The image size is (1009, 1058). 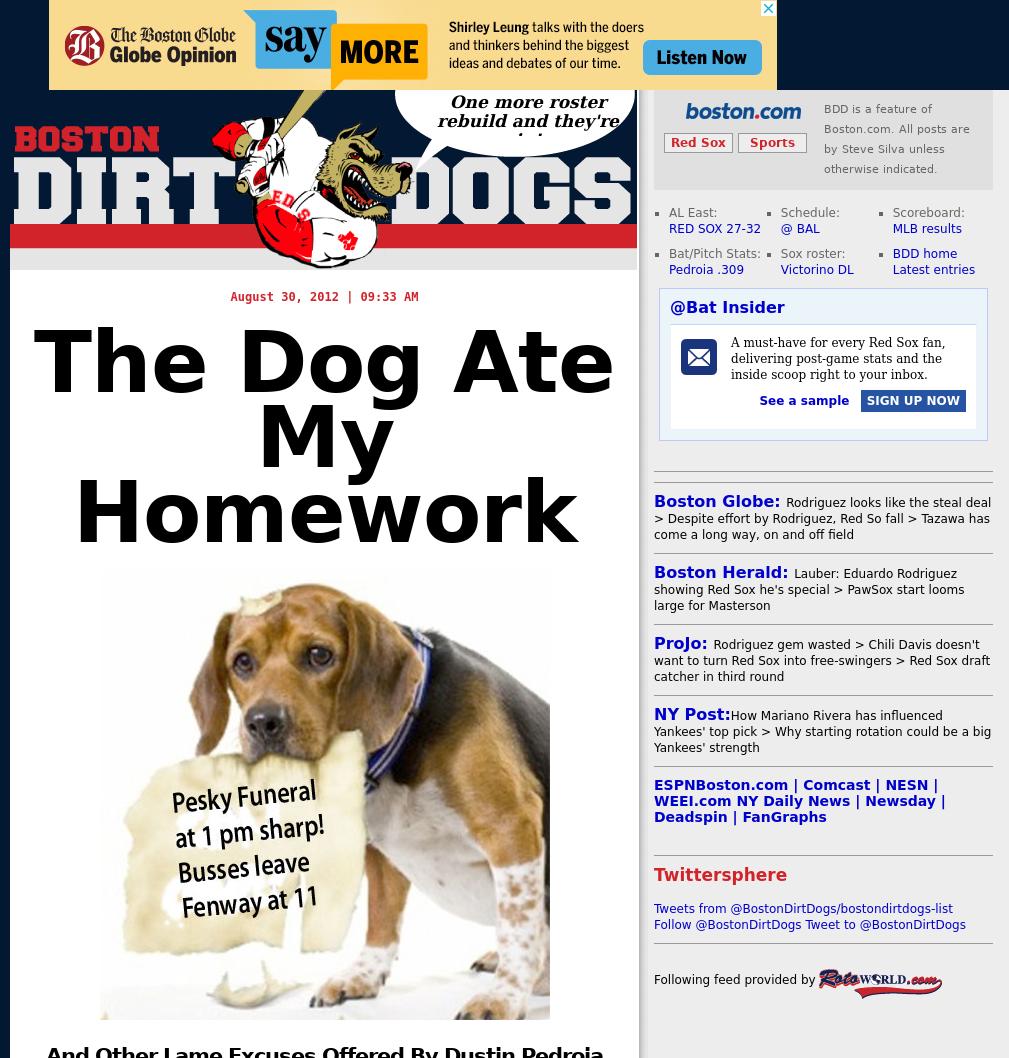 I want to click on 'FanGraphs', so click(x=783, y=815).